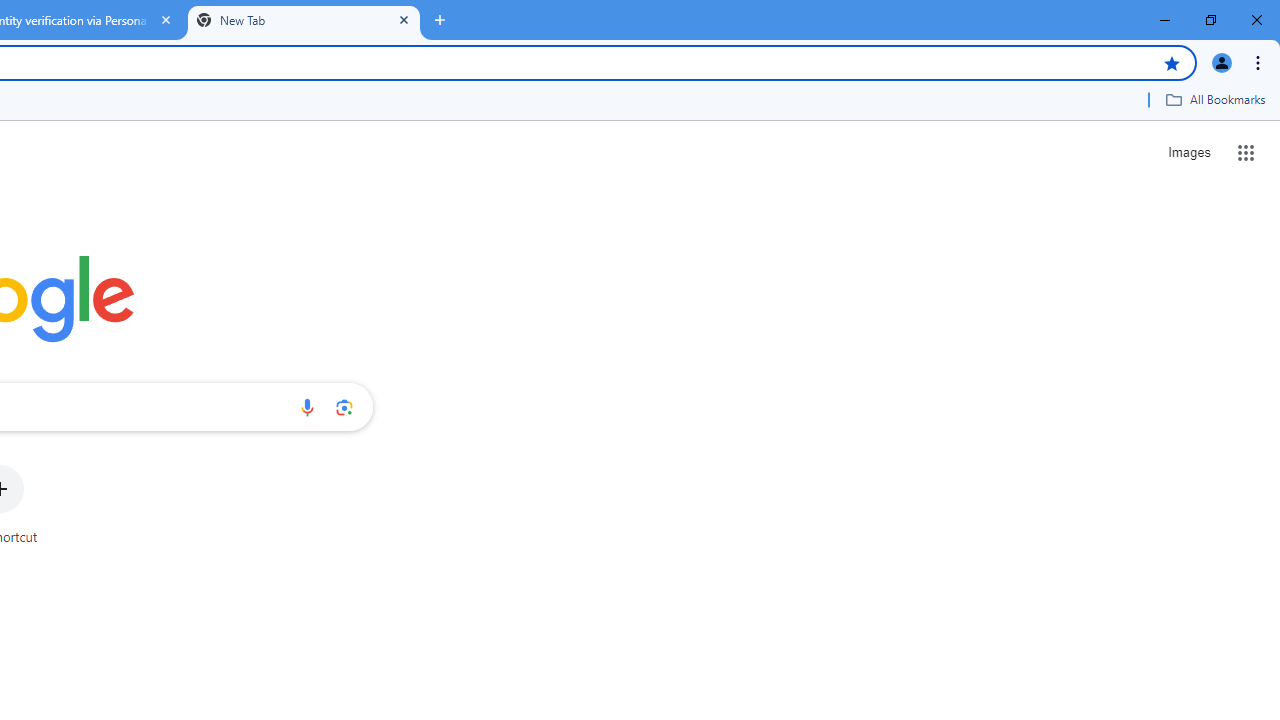  Describe the element at coordinates (1171, 61) in the screenshot. I see `'Bookmark this tab'` at that location.